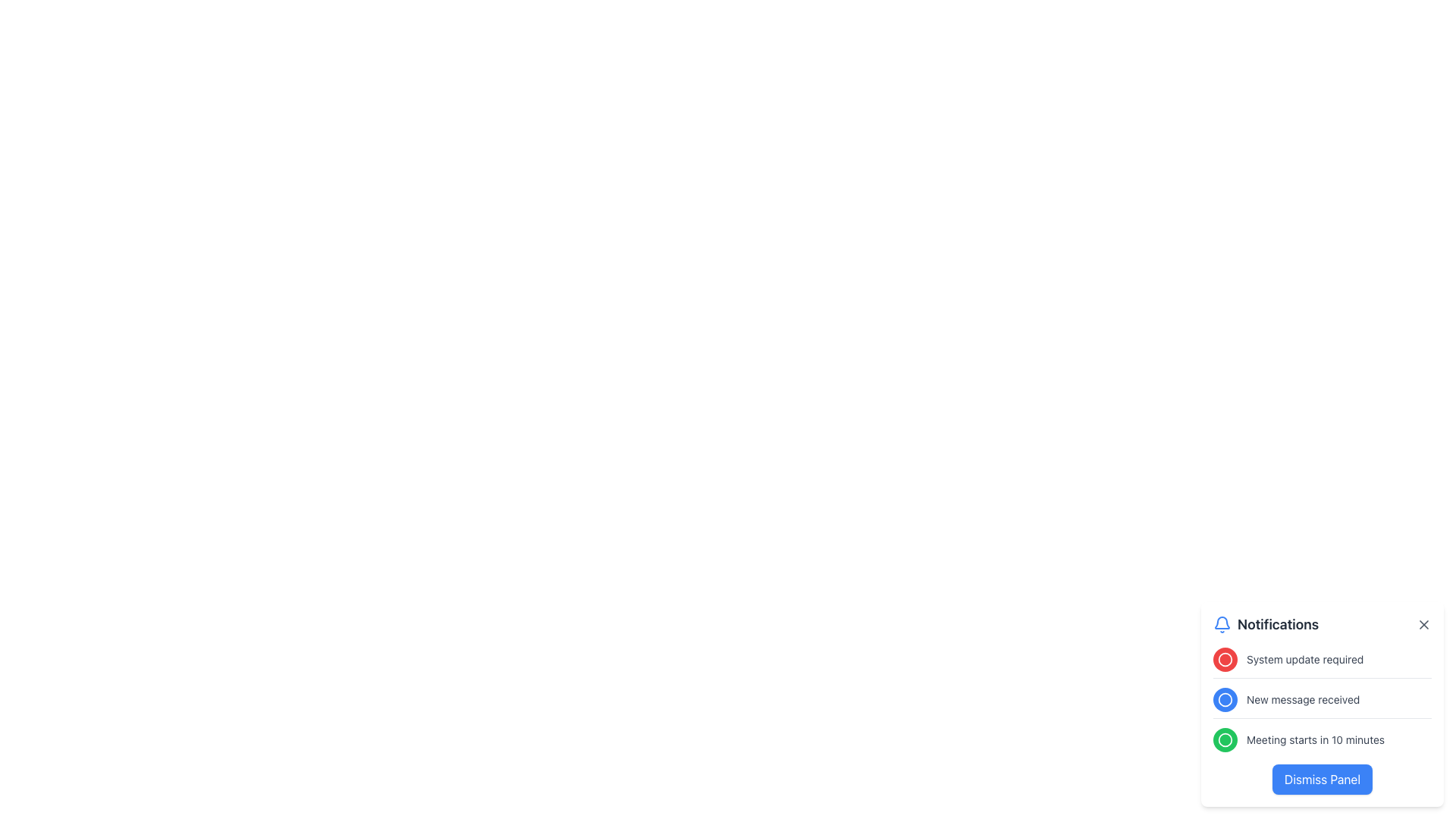 The height and width of the screenshot is (819, 1456). What do you see at coordinates (1225, 699) in the screenshot?
I see `the informational icon indicating the status of the 'New message received' notification located on the rightmost side of the notification item` at bounding box center [1225, 699].